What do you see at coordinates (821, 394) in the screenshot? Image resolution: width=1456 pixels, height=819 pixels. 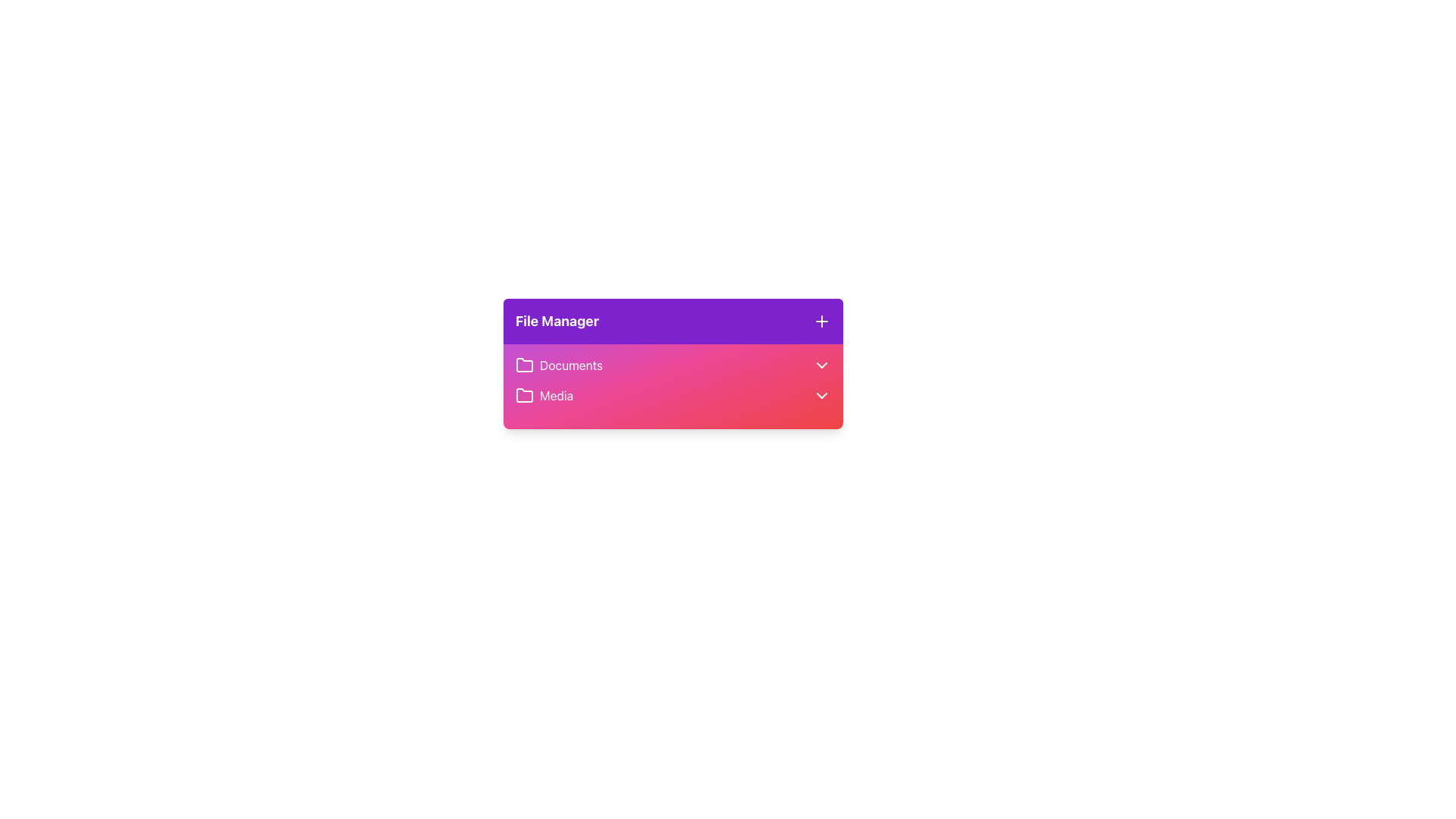 I see `the chevron icon indicator located at the far right of the 'Media' section` at bounding box center [821, 394].